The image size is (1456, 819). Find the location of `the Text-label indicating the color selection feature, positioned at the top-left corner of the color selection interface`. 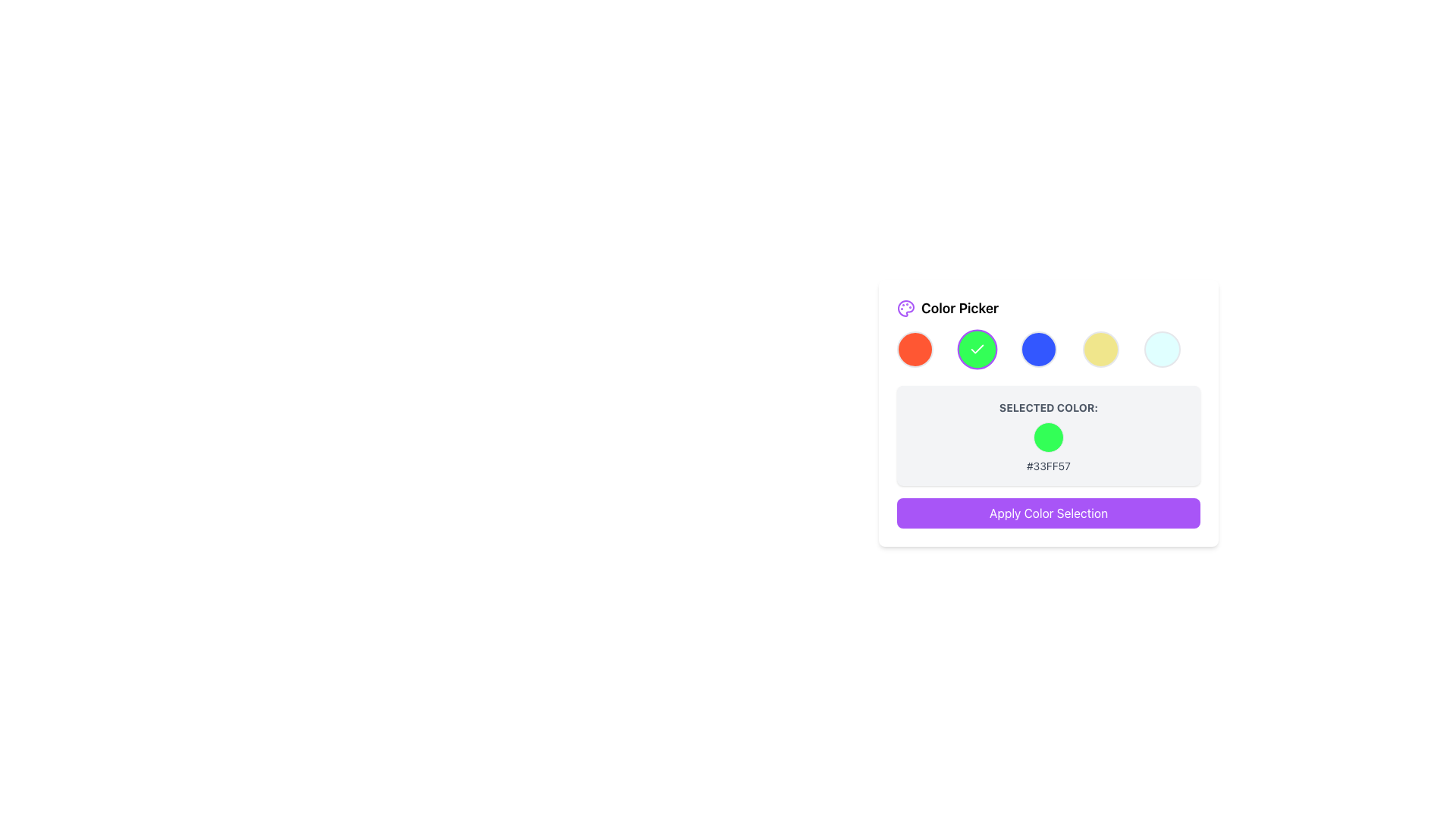

the Text-label indicating the color selection feature, positioned at the top-left corner of the color selection interface is located at coordinates (947, 308).